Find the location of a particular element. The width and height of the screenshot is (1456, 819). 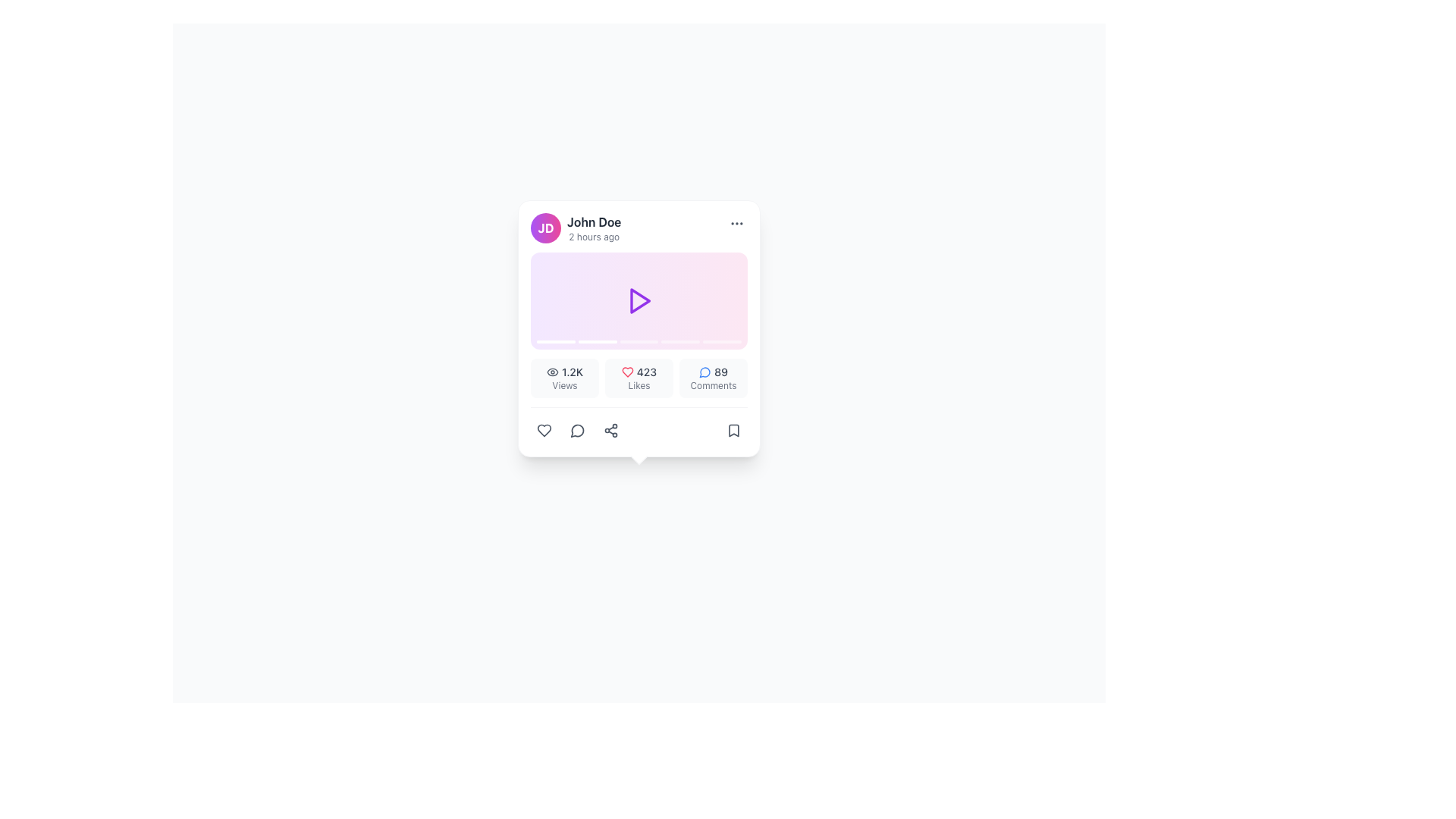

the Profile display element located in the upper-left corner of the card structure, which displays the user's avatar, name, and last activity timestamp is located at coordinates (575, 227).